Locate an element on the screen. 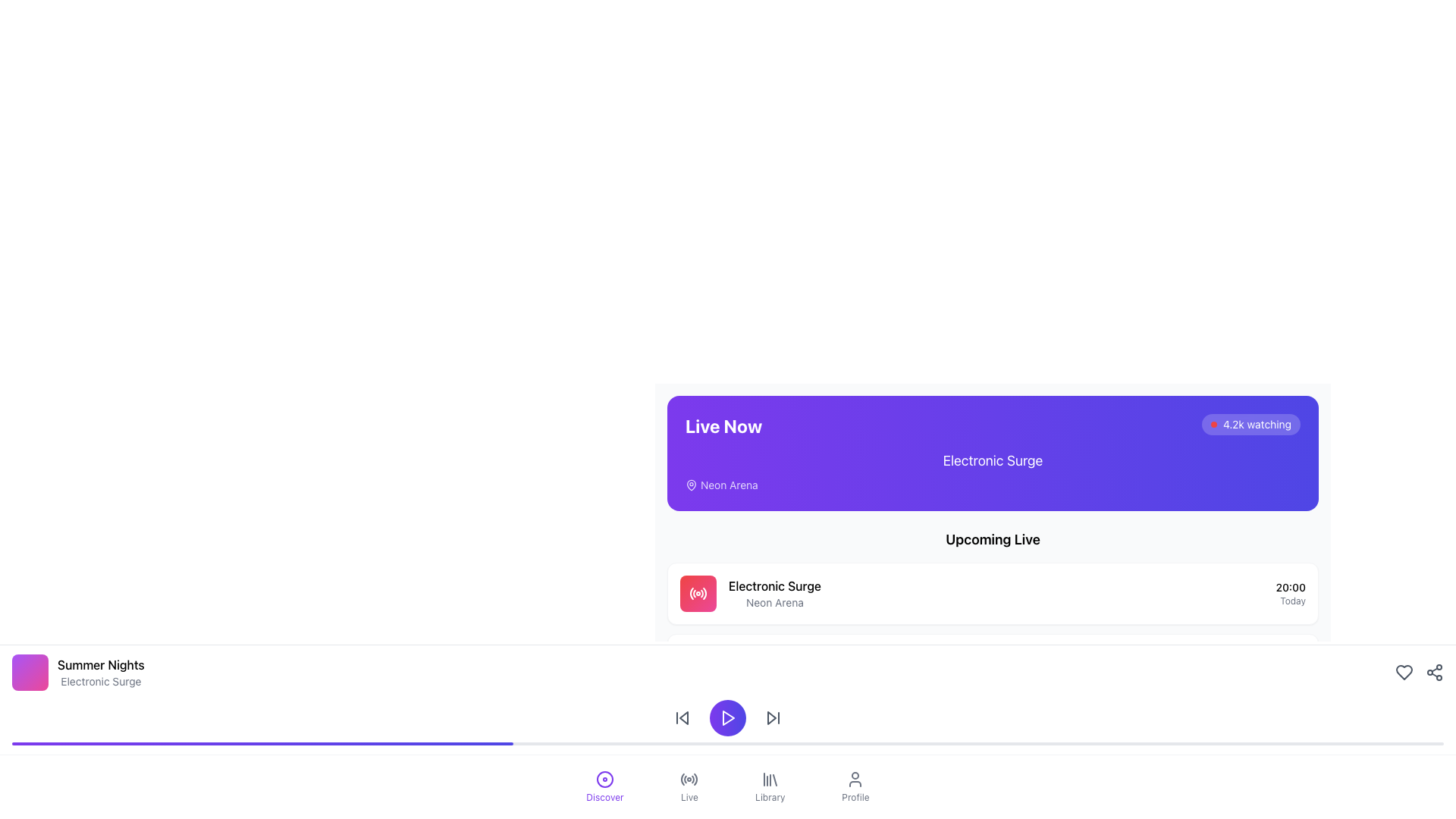 This screenshot has height=819, width=1456. the navigation button for the 'Profile' section located in the bottom navigation bar, specifically the fourth item from the left is located at coordinates (855, 786).